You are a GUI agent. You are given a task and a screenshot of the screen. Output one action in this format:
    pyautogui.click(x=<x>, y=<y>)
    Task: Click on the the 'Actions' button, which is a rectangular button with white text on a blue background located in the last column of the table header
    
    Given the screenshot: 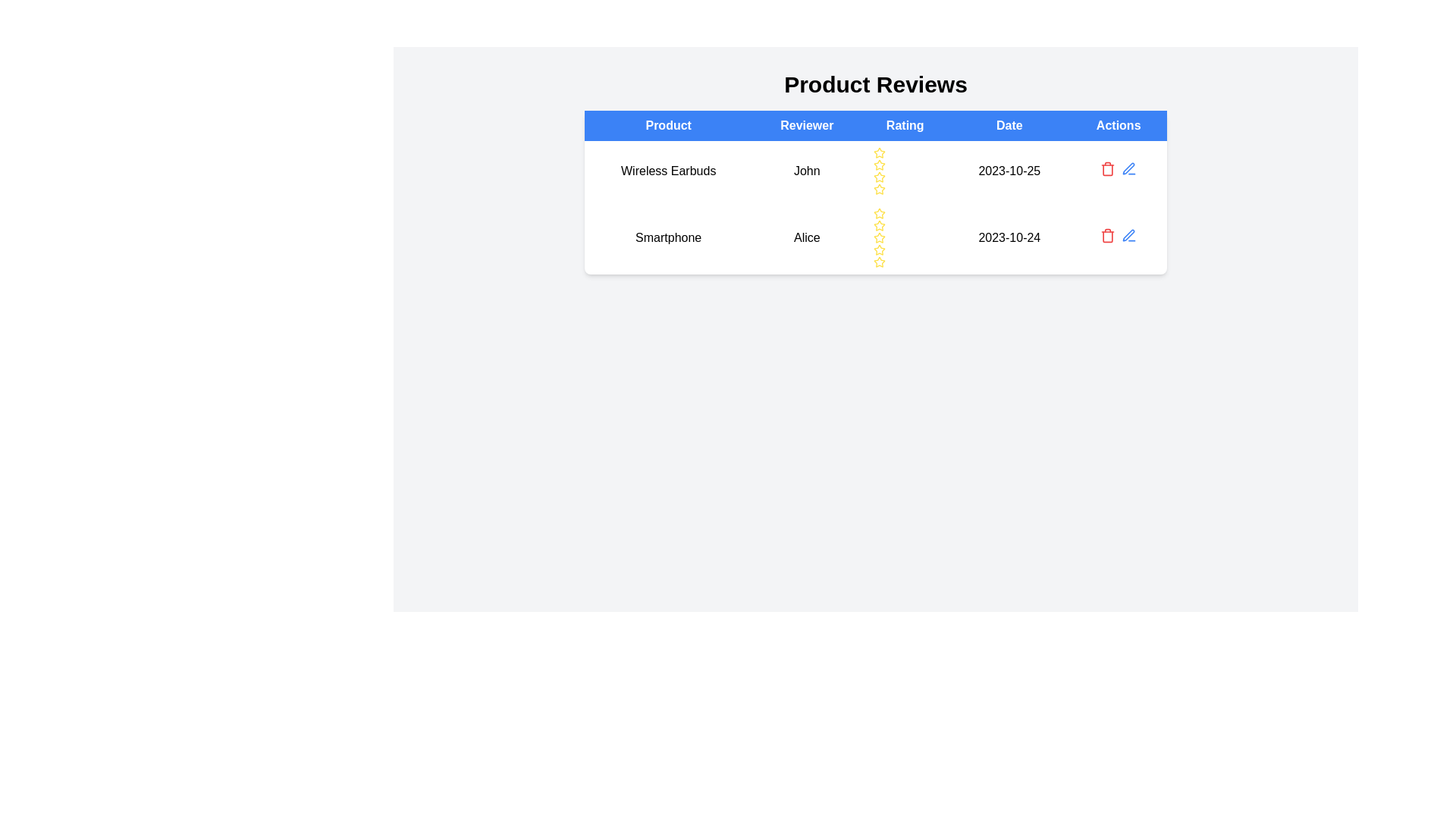 What is the action you would take?
    pyautogui.click(x=1119, y=124)
    